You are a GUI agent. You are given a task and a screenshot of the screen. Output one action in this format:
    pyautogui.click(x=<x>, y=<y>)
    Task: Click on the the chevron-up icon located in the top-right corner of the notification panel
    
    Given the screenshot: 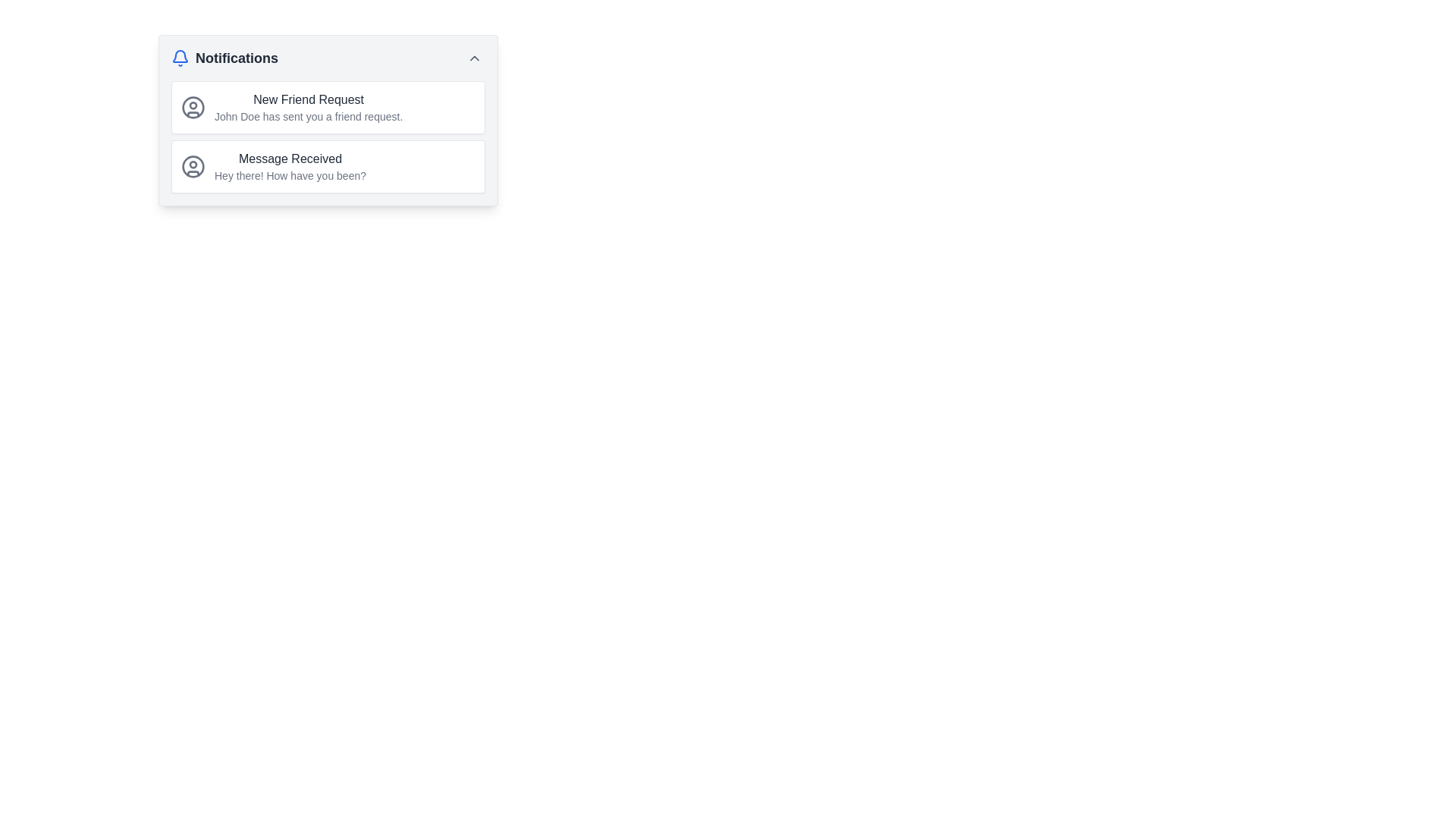 What is the action you would take?
    pyautogui.click(x=473, y=58)
    